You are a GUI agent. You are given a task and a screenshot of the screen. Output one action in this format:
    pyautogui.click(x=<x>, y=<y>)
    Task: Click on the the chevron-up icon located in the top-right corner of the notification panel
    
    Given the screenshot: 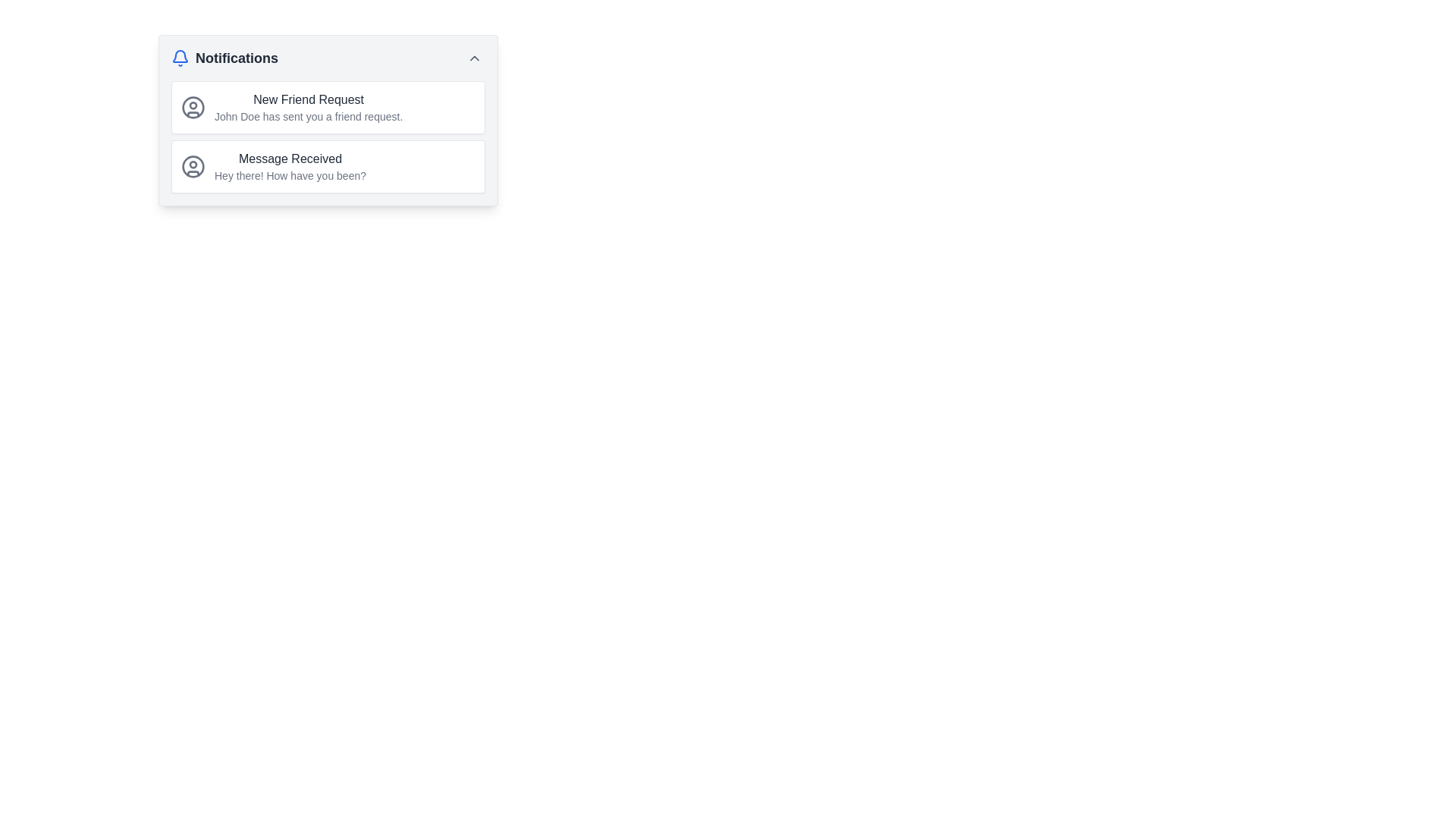 What is the action you would take?
    pyautogui.click(x=473, y=58)
    